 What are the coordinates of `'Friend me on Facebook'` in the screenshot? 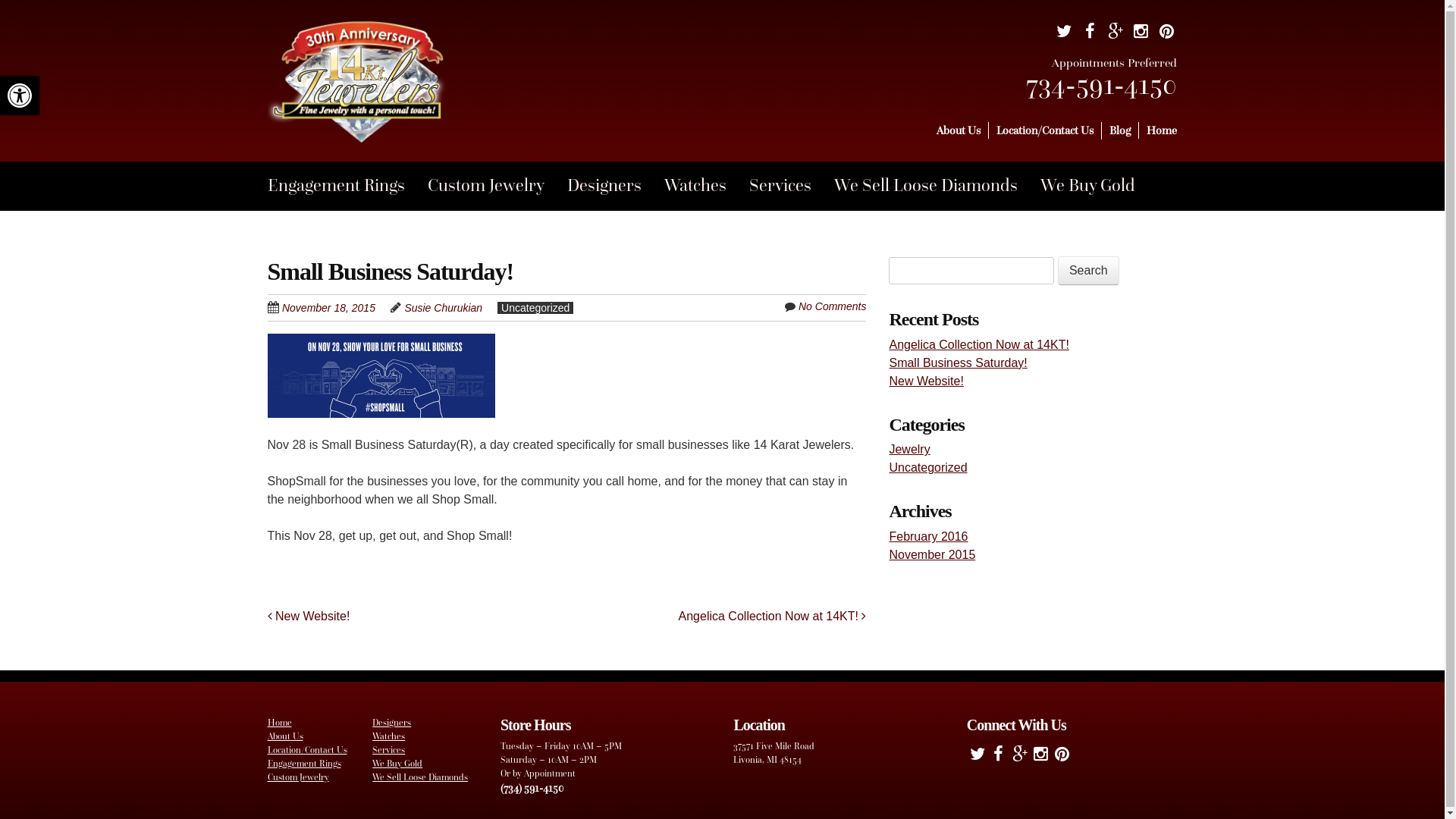 It's located at (1078, 34).